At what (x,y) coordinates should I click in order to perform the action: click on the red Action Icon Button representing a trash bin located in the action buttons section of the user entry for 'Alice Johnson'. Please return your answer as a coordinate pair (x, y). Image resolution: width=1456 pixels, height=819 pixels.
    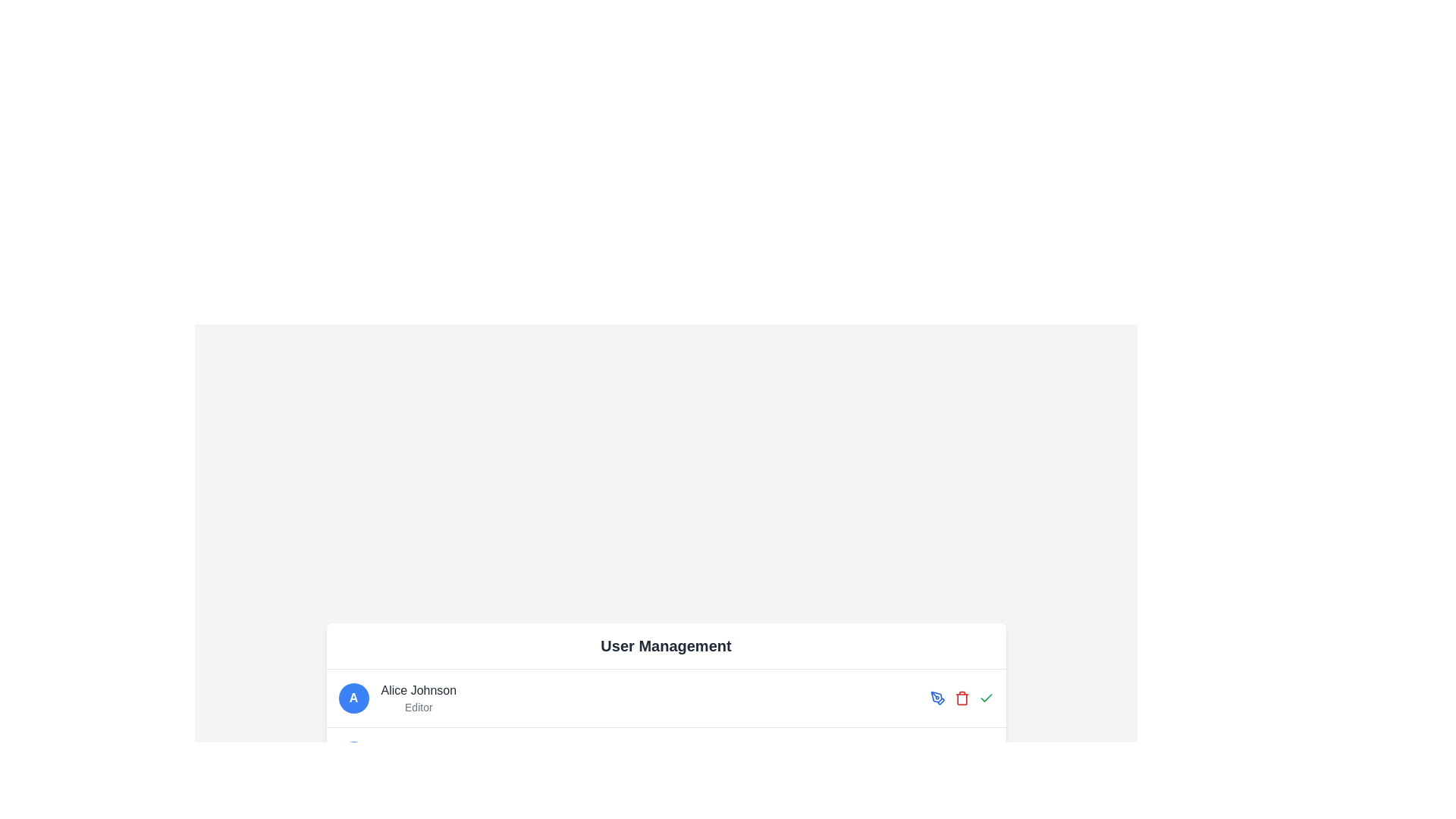
    Looking at the image, I should click on (961, 698).